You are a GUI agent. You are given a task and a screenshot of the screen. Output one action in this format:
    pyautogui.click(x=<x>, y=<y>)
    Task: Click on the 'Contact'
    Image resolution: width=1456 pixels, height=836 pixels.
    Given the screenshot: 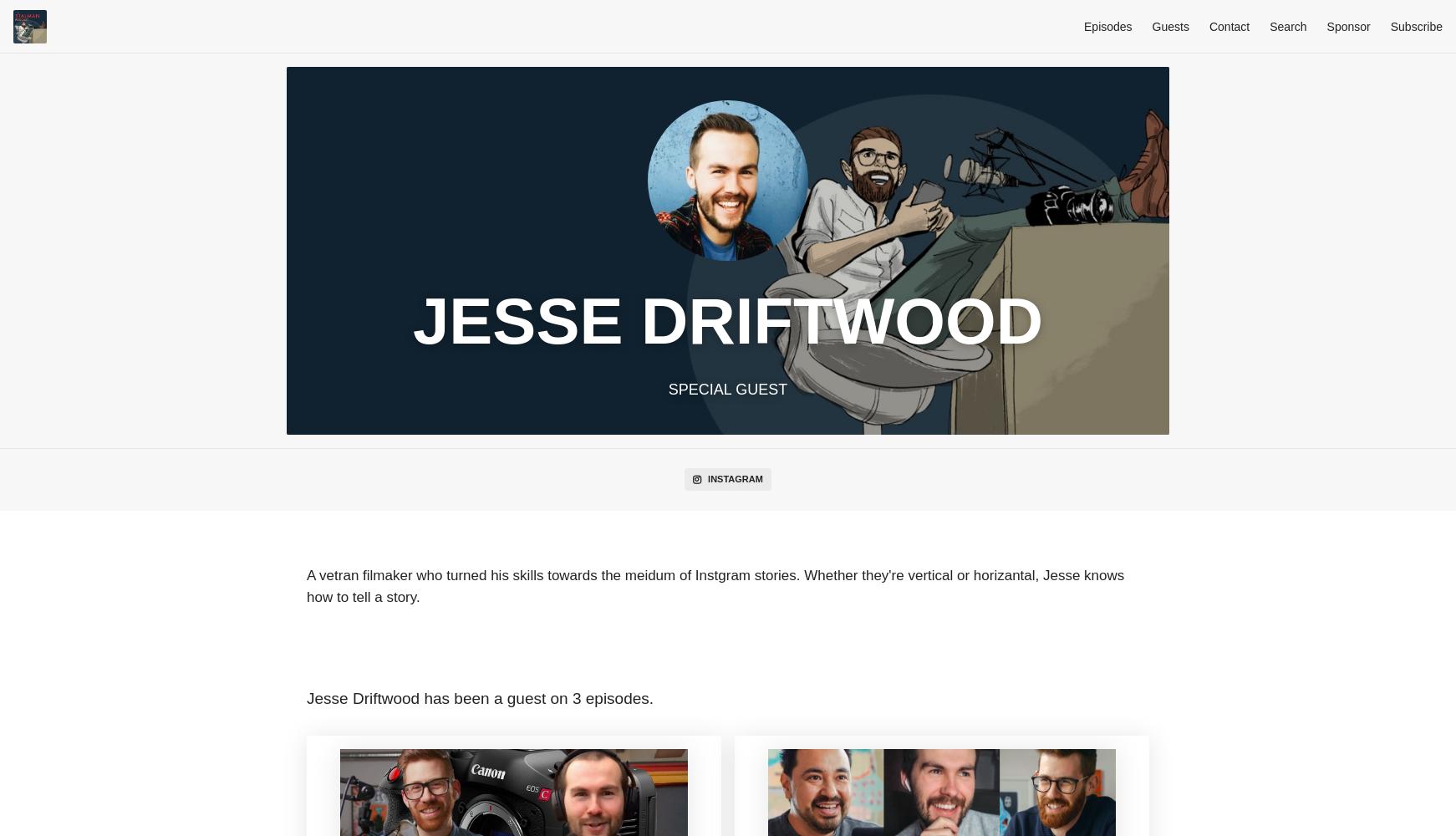 What is the action you would take?
    pyautogui.click(x=1228, y=27)
    